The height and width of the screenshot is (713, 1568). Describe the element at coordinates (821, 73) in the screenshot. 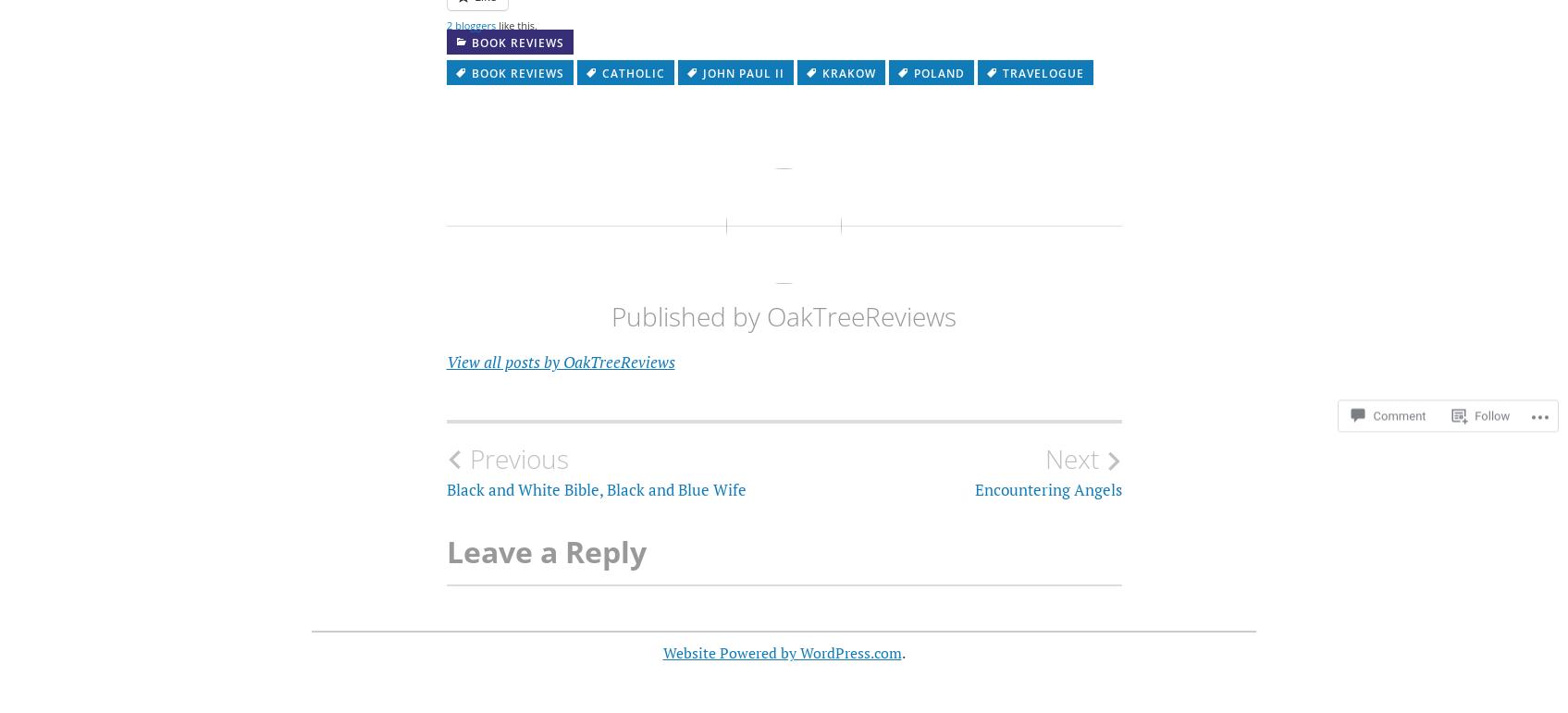

I see `'Krakow'` at that location.